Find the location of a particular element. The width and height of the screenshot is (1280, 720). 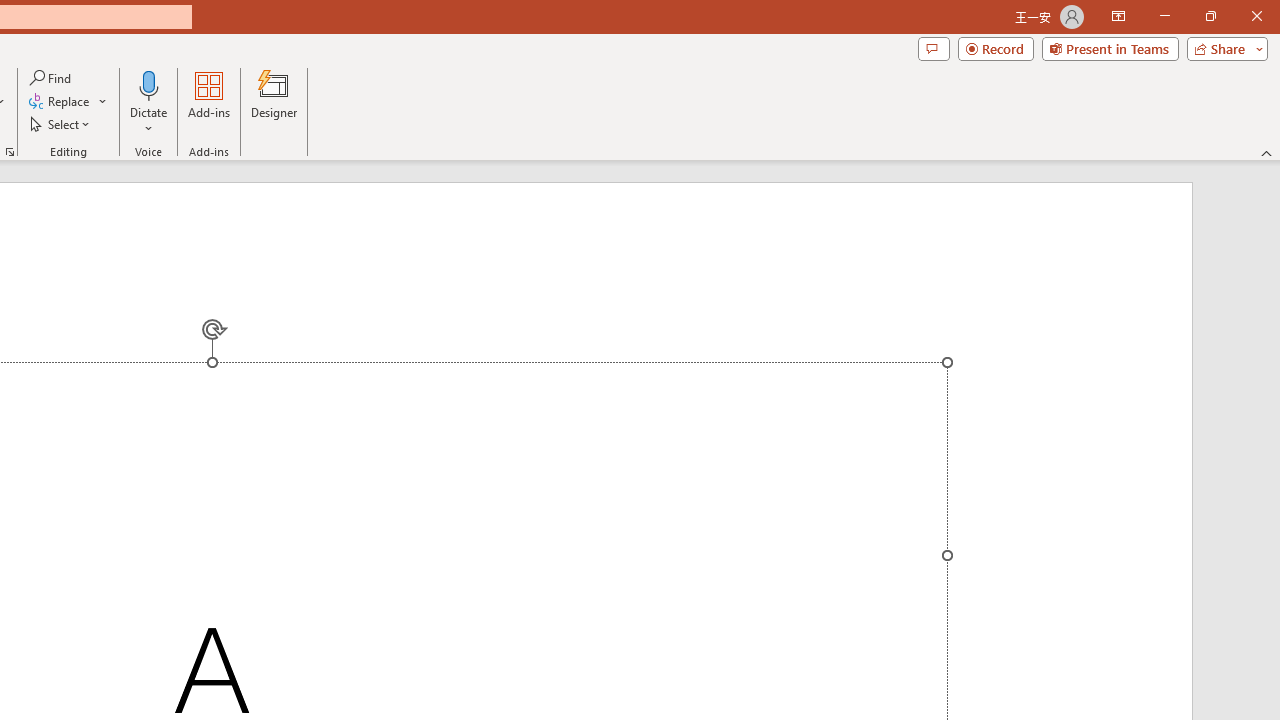

'More Options' is located at coordinates (148, 121).